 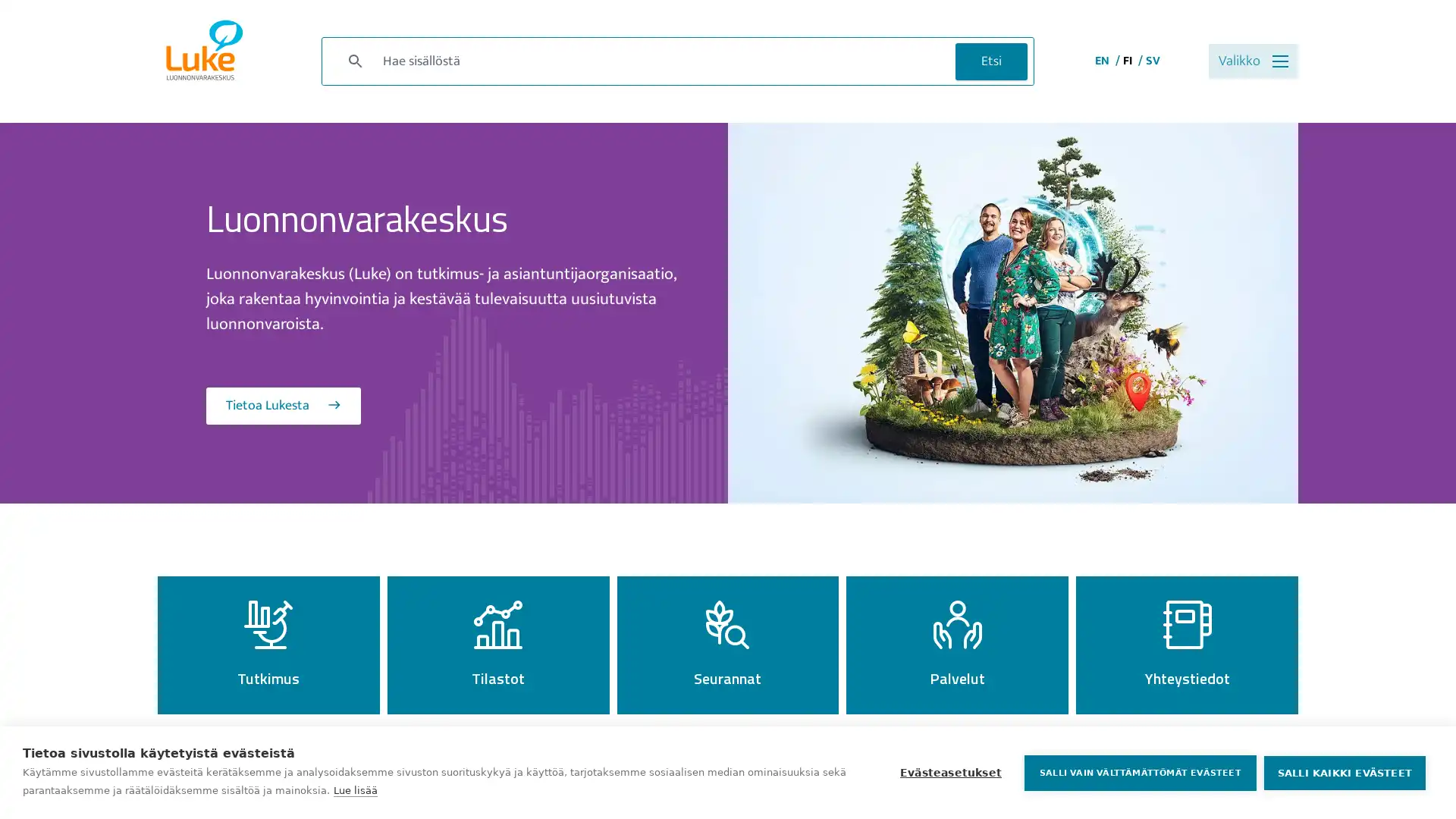 I want to click on SALLI KAIKKI EVASTEET, so click(x=1344, y=772).